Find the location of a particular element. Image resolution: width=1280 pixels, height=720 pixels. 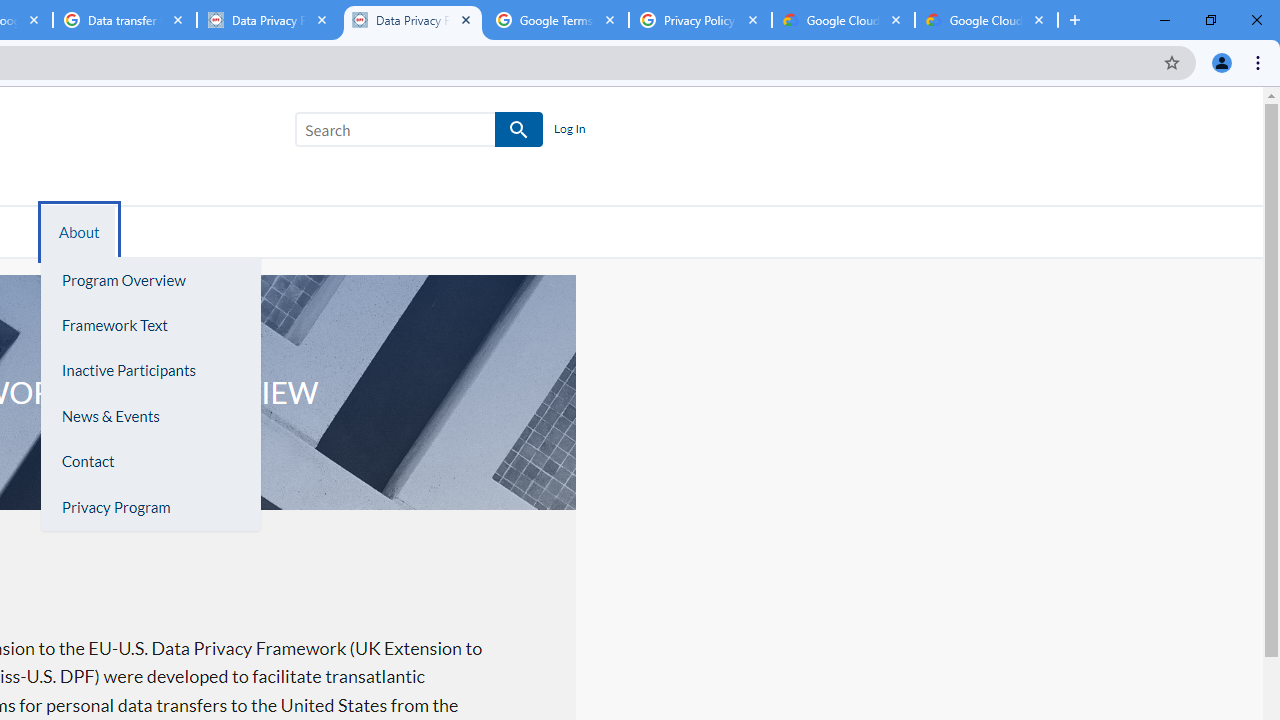

'About' is located at coordinates (79, 230).